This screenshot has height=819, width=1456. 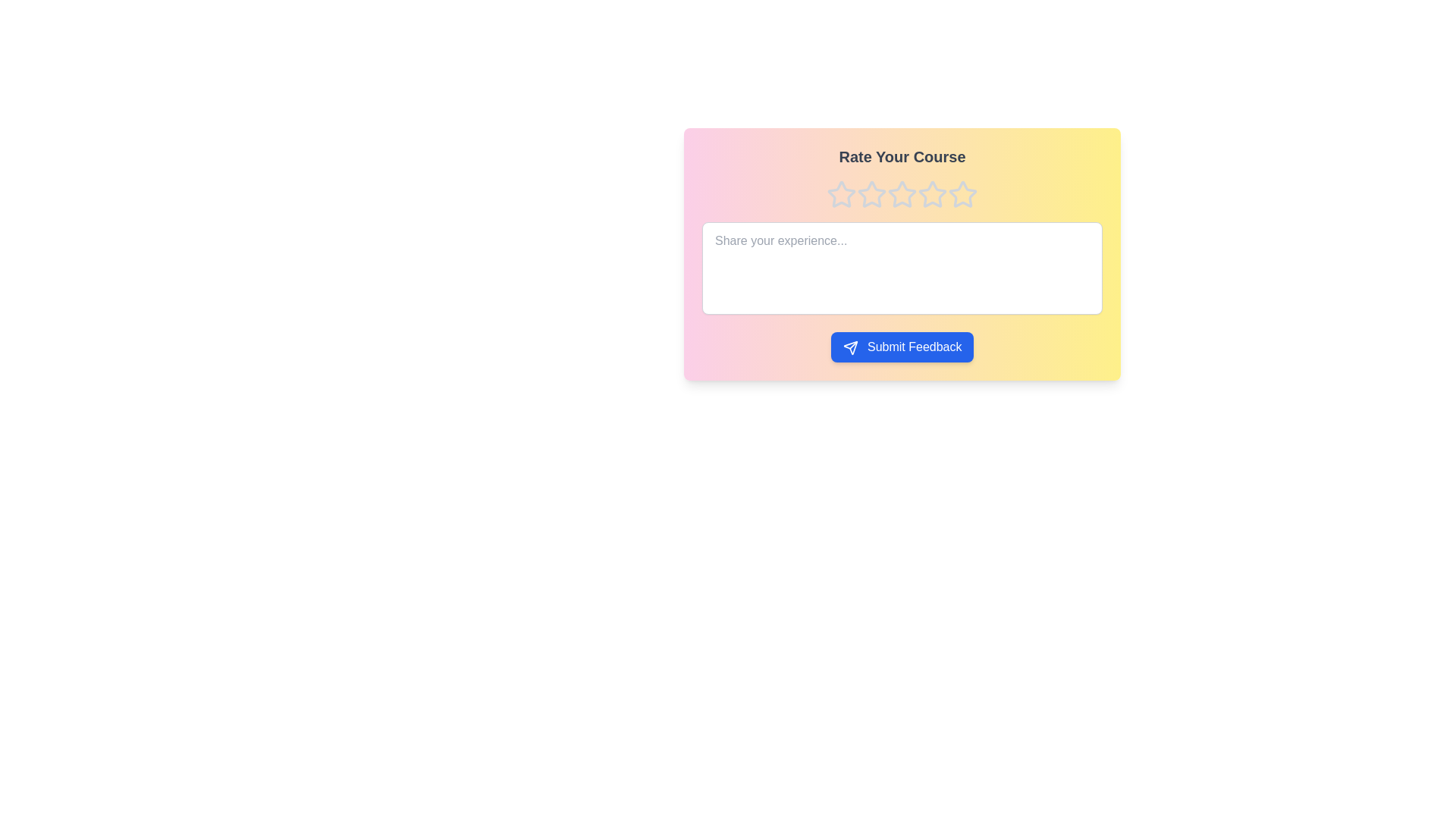 I want to click on the fifth yellow star-shaped rating icon, so click(x=961, y=193).